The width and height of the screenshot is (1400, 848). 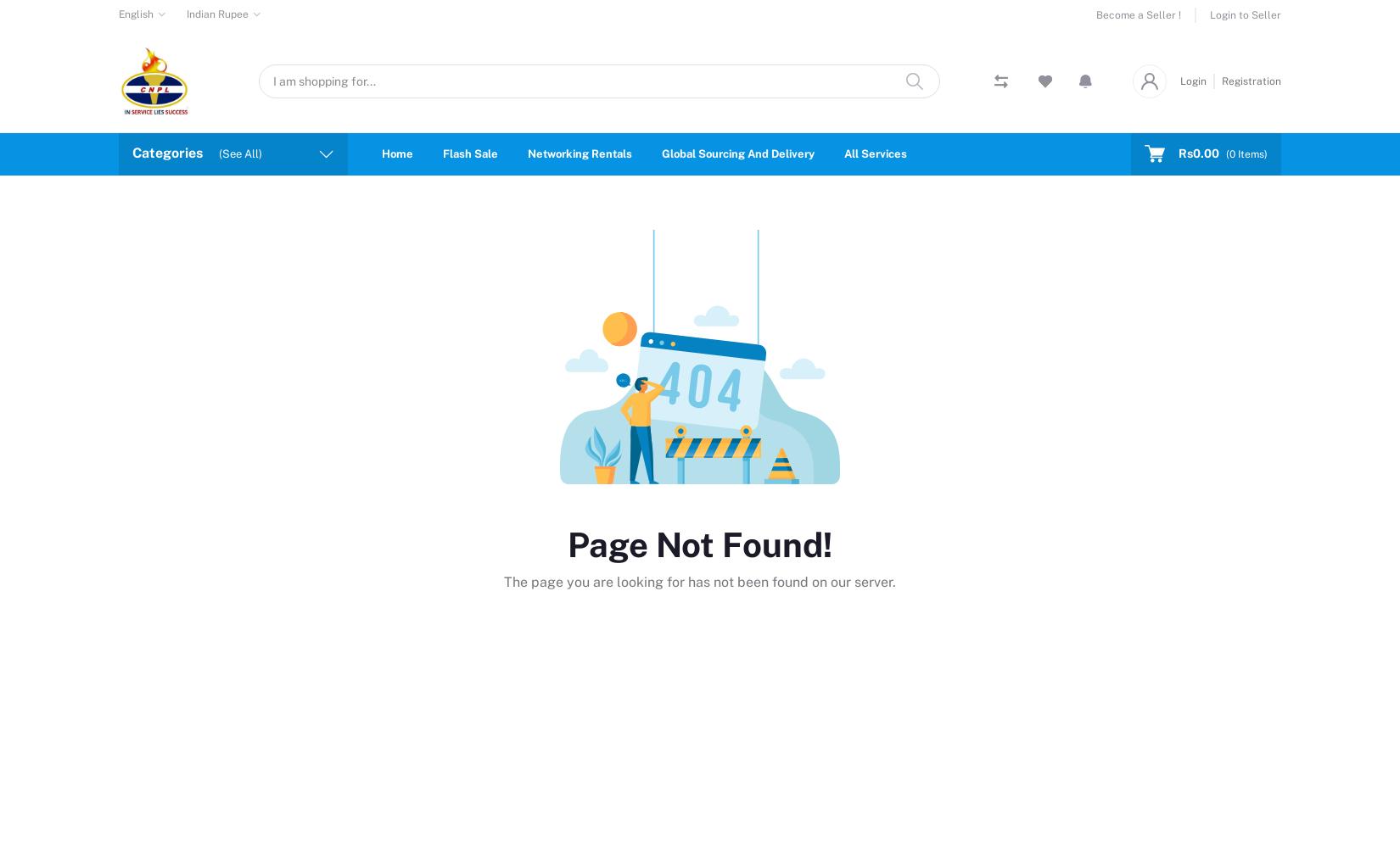 I want to click on 'Categories', so click(x=167, y=152).